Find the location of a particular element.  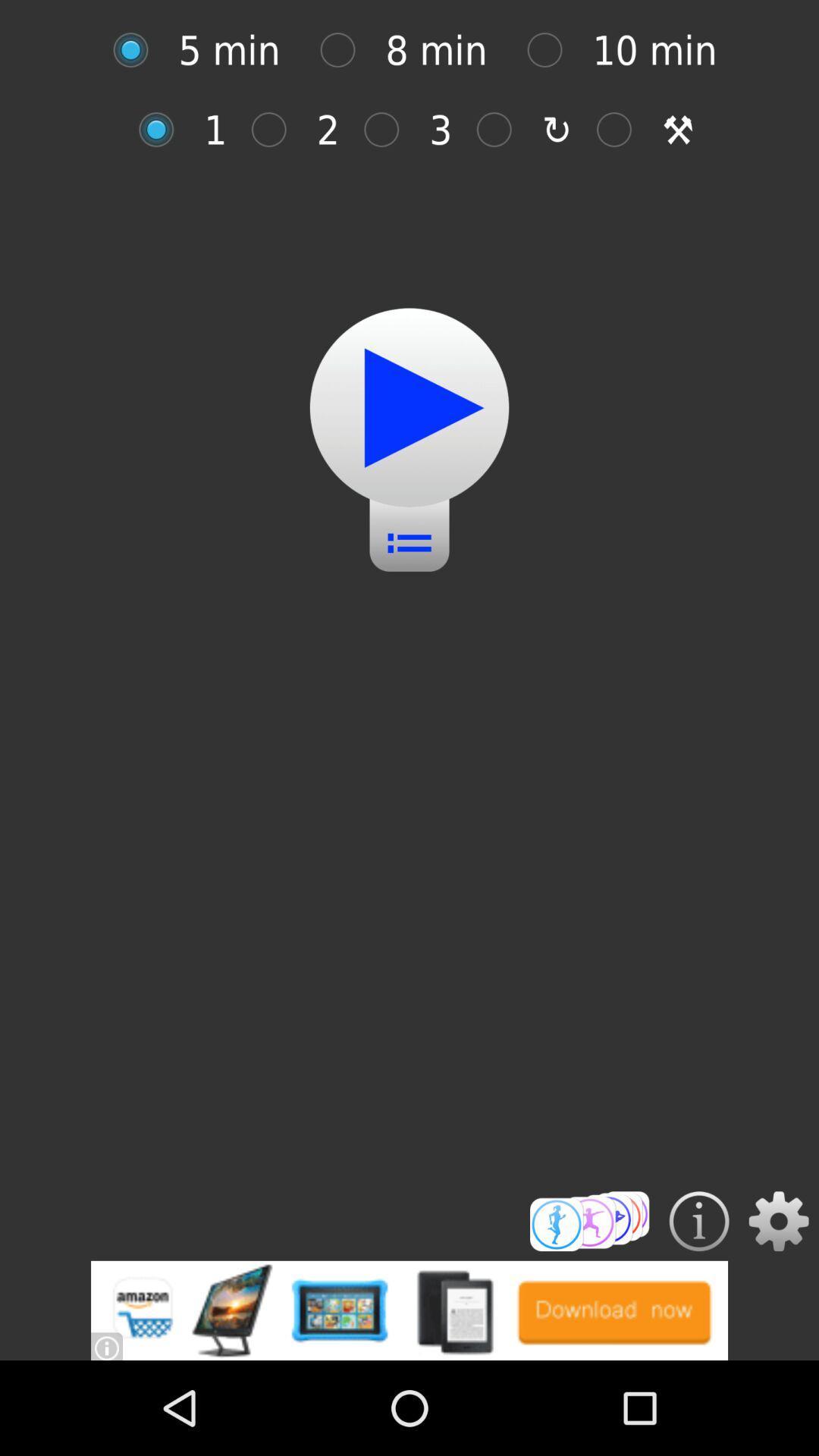

click how many you want is located at coordinates (164, 130).